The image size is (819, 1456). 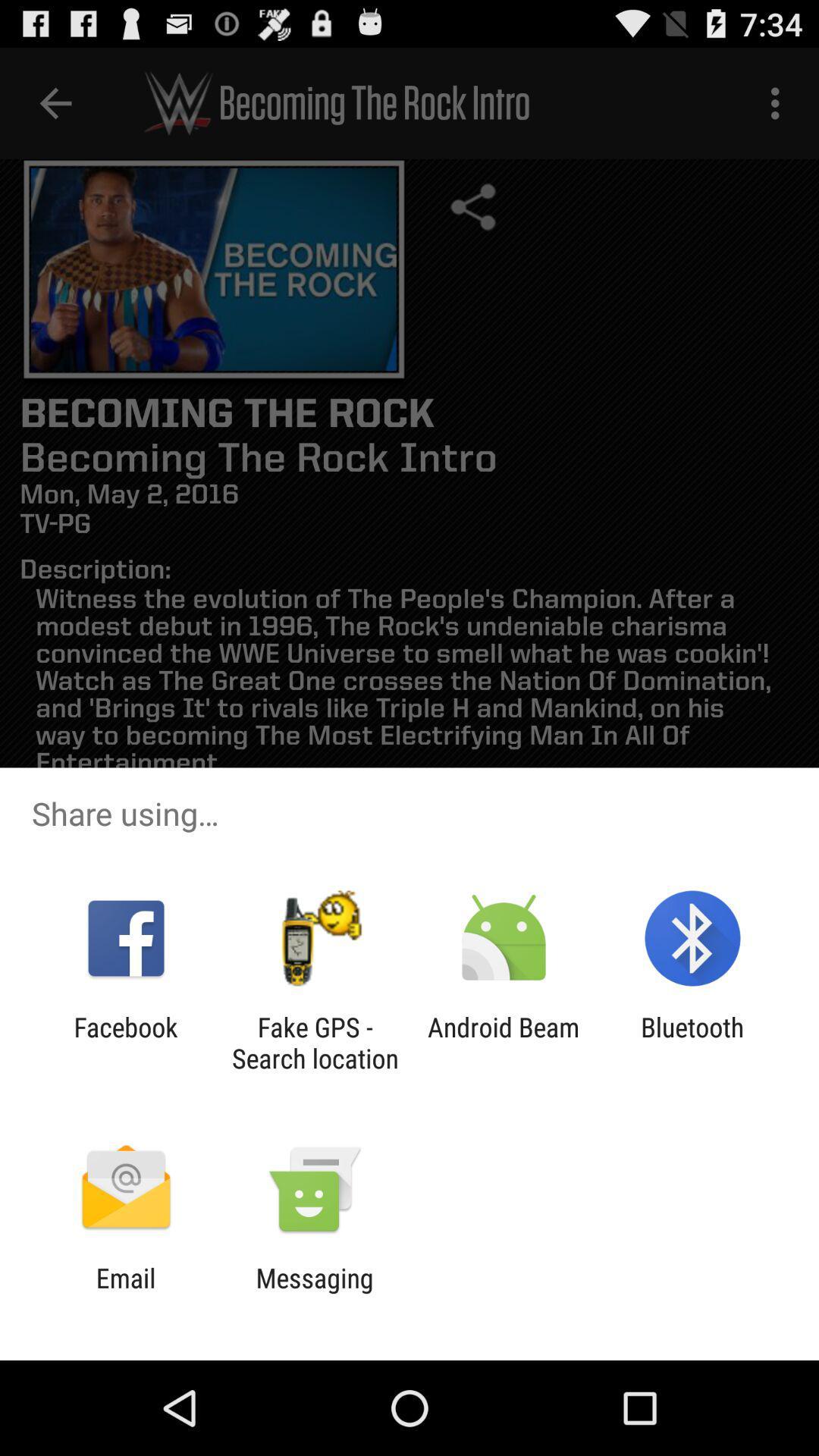 What do you see at coordinates (504, 1042) in the screenshot?
I see `app to the left of the bluetooth app` at bounding box center [504, 1042].